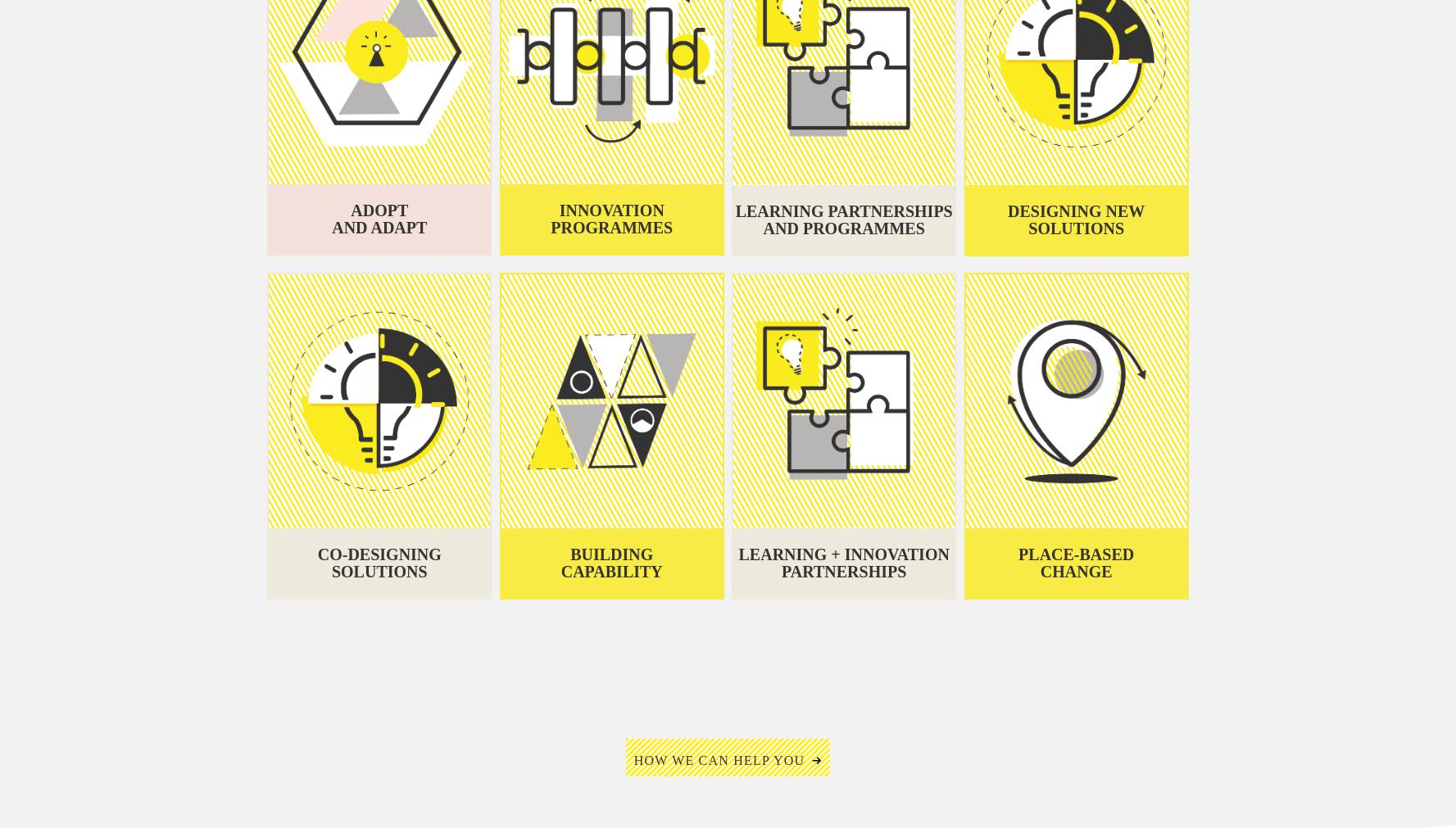  What do you see at coordinates (378, 570) in the screenshot?
I see `'solutions'` at bounding box center [378, 570].